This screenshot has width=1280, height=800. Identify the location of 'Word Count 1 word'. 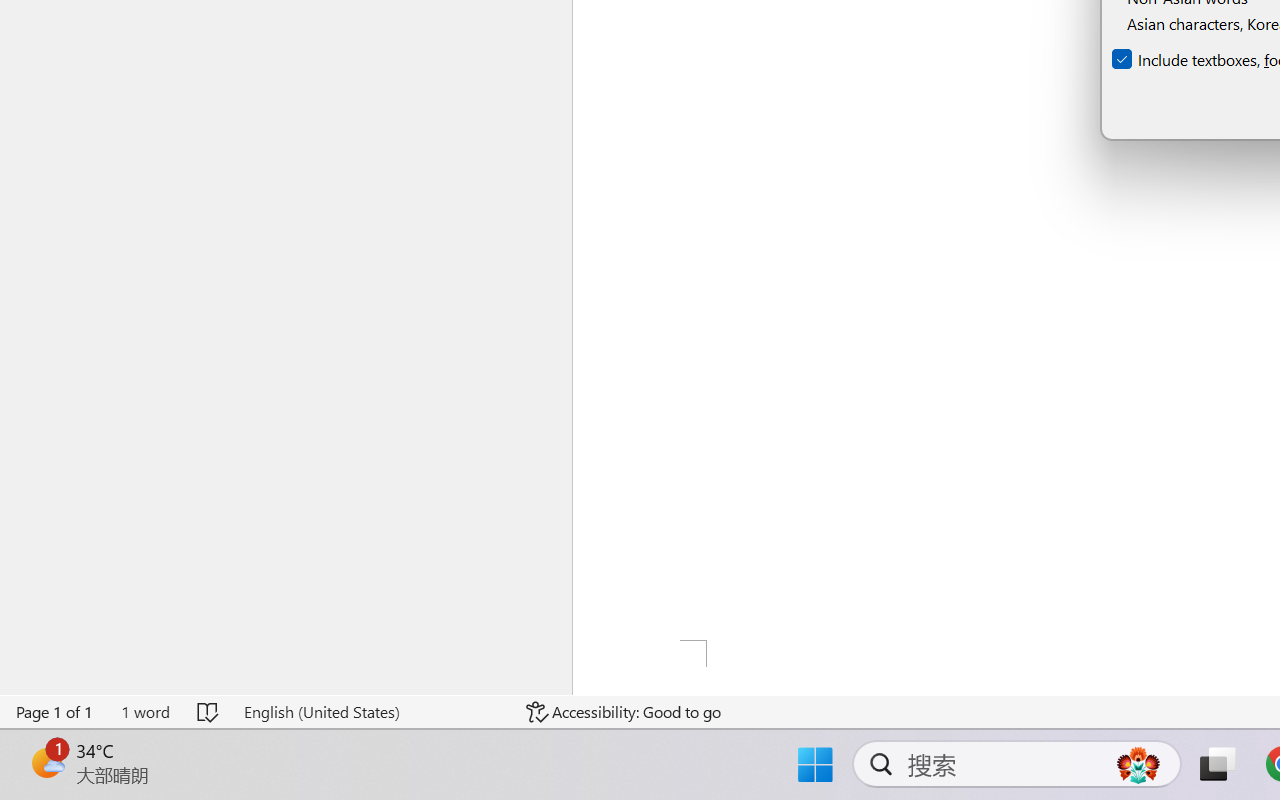
(144, 711).